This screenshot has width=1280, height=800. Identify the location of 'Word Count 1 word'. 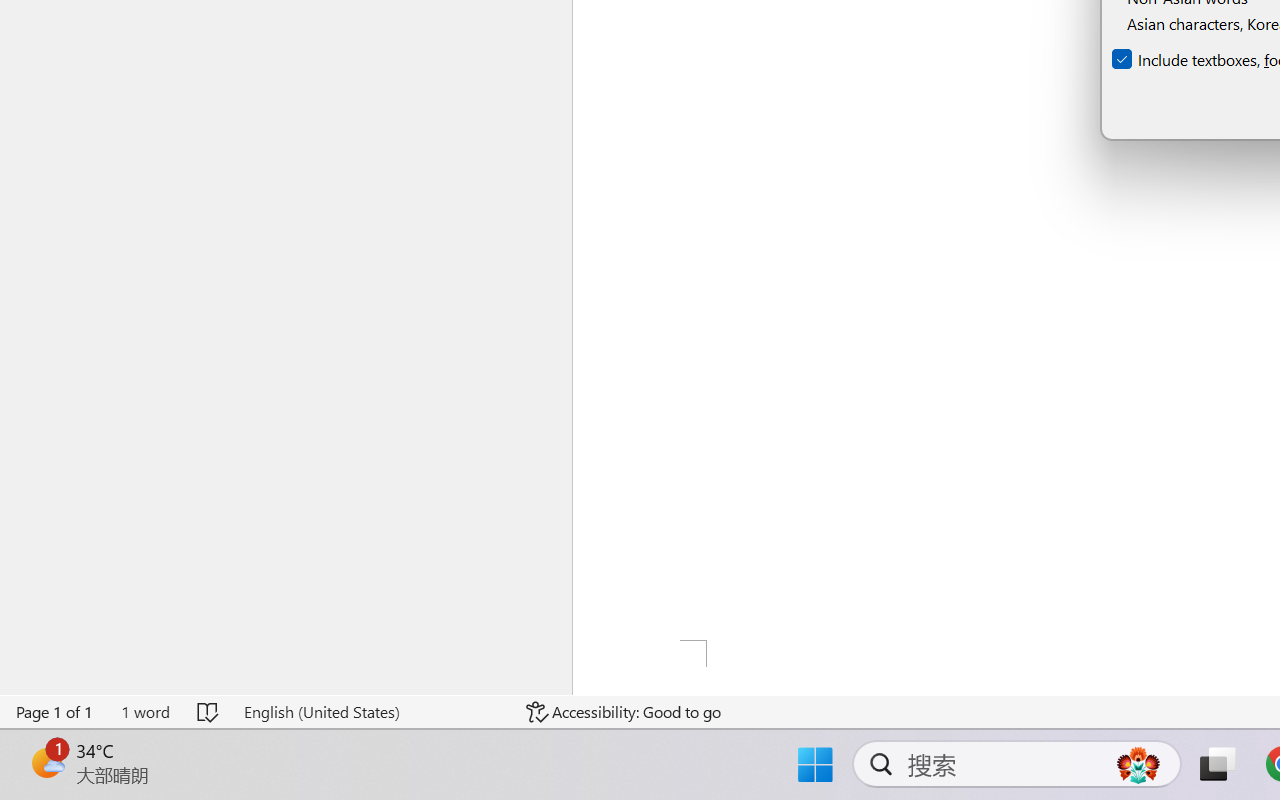
(144, 711).